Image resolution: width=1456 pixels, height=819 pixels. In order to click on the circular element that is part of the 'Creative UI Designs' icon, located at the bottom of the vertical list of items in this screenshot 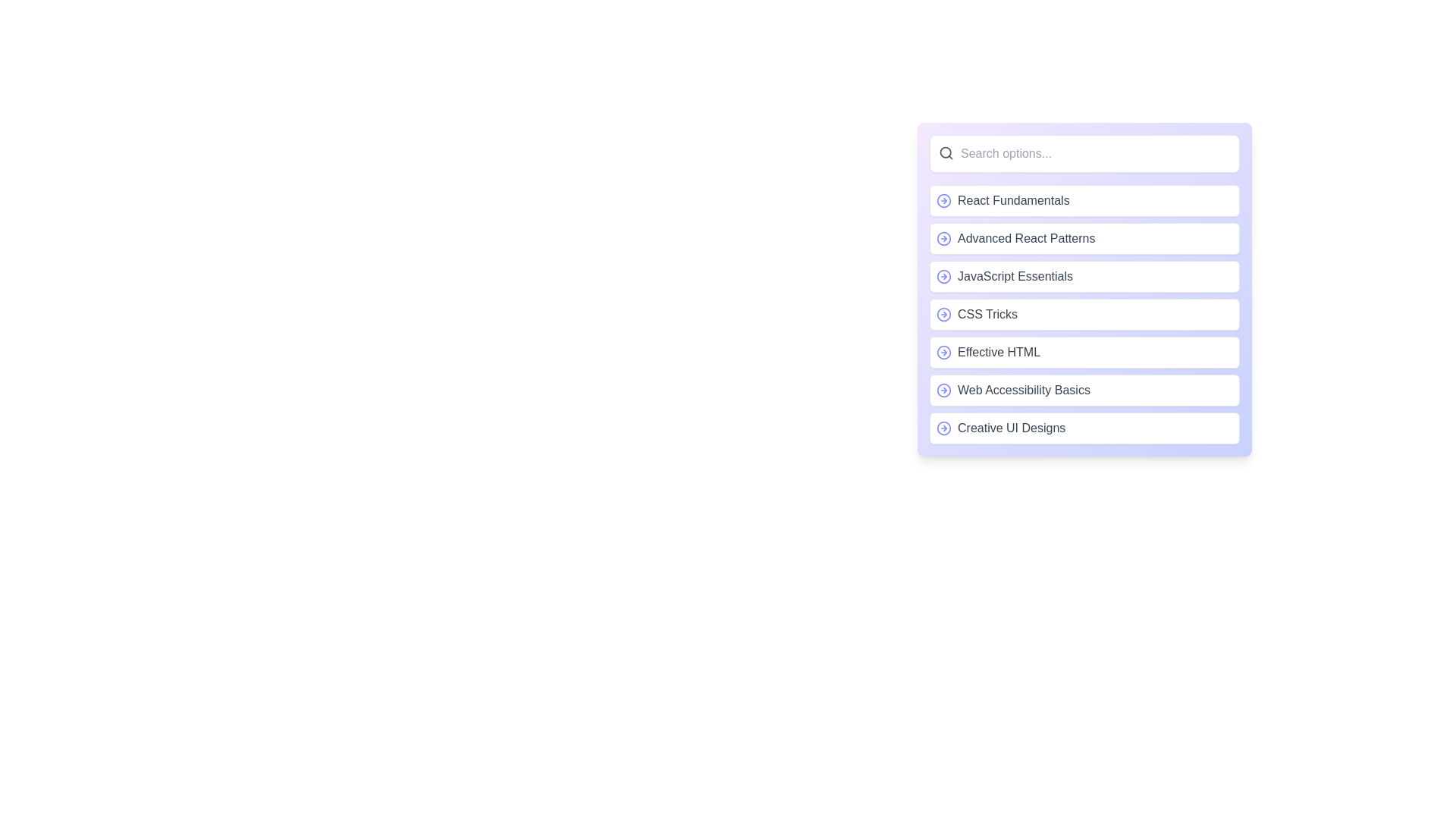, I will do `click(943, 428)`.